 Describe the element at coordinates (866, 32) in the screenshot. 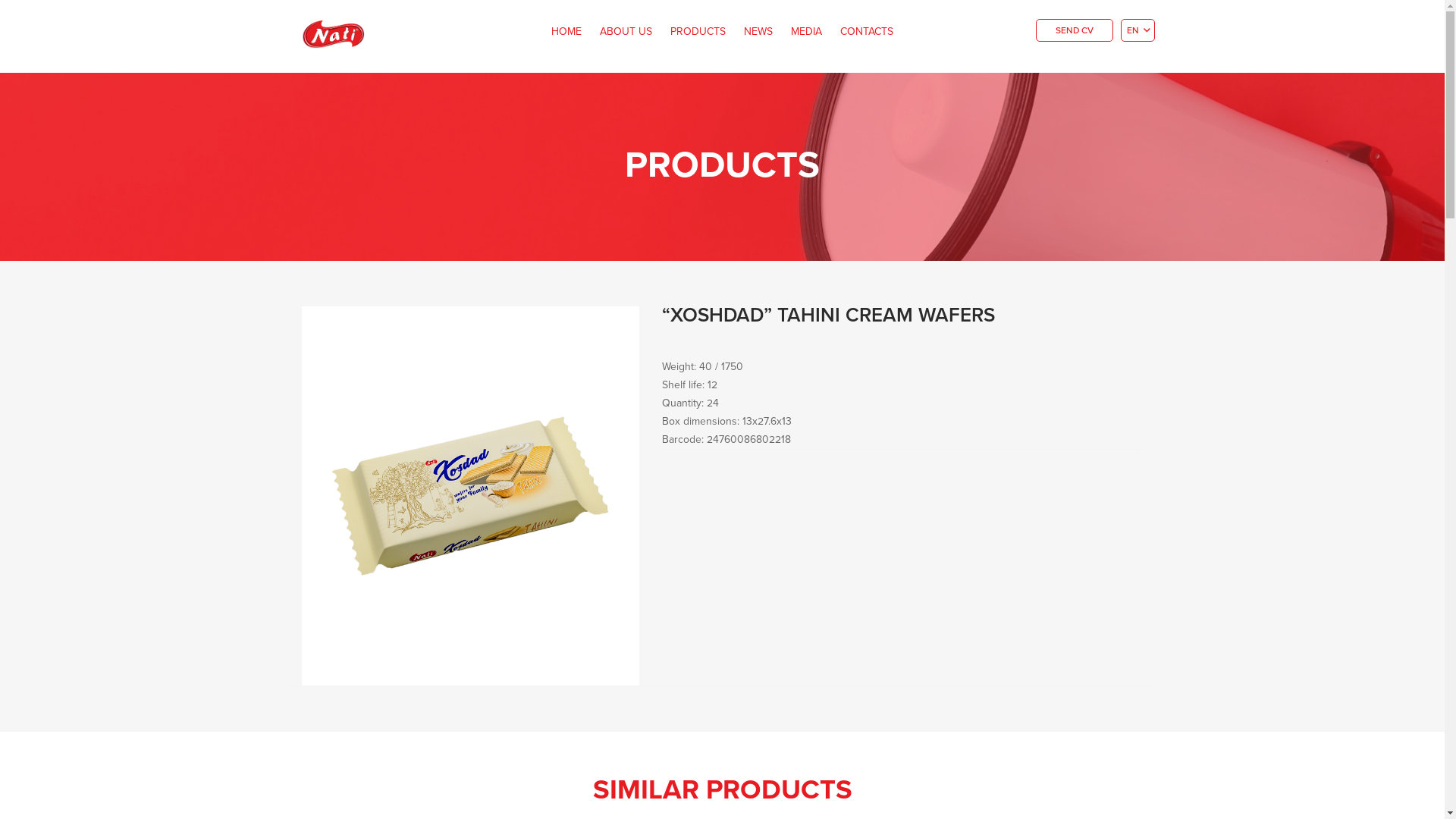

I see `'CONTACTS'` at that location.